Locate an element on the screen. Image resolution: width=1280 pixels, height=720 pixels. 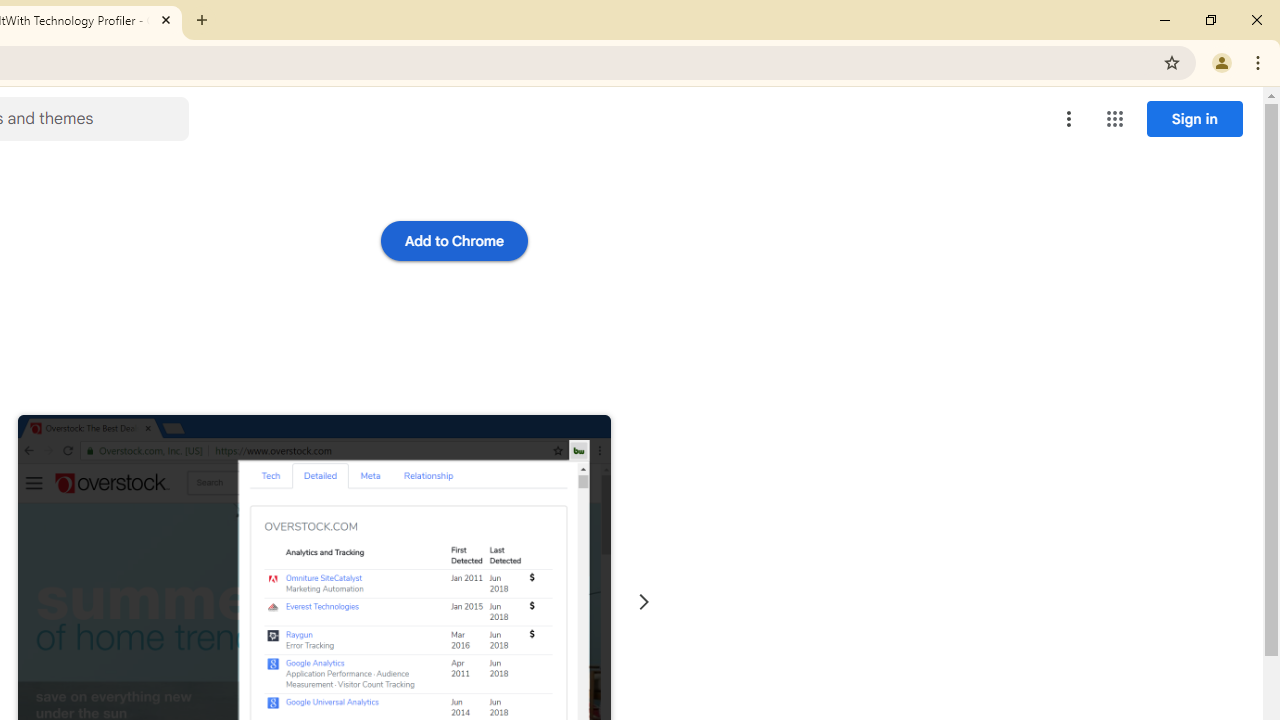
'Next slide' is located at coordinates (643, 601).